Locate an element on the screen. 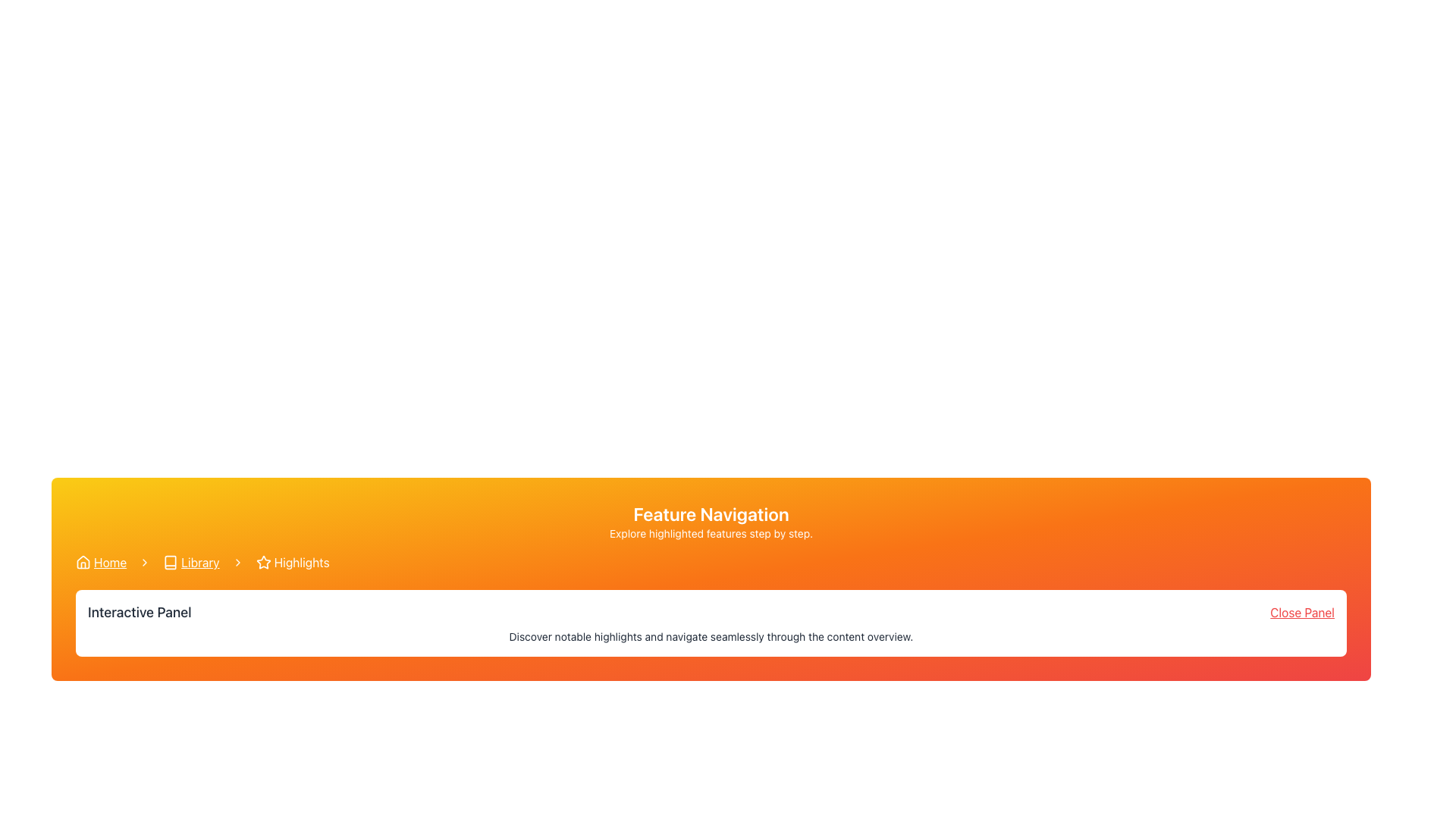 The width and height of the screenshot is (1456, 819). the decorative icon associated with the 'Highlights' breadcrumb link is located at coordinates (263, 562).